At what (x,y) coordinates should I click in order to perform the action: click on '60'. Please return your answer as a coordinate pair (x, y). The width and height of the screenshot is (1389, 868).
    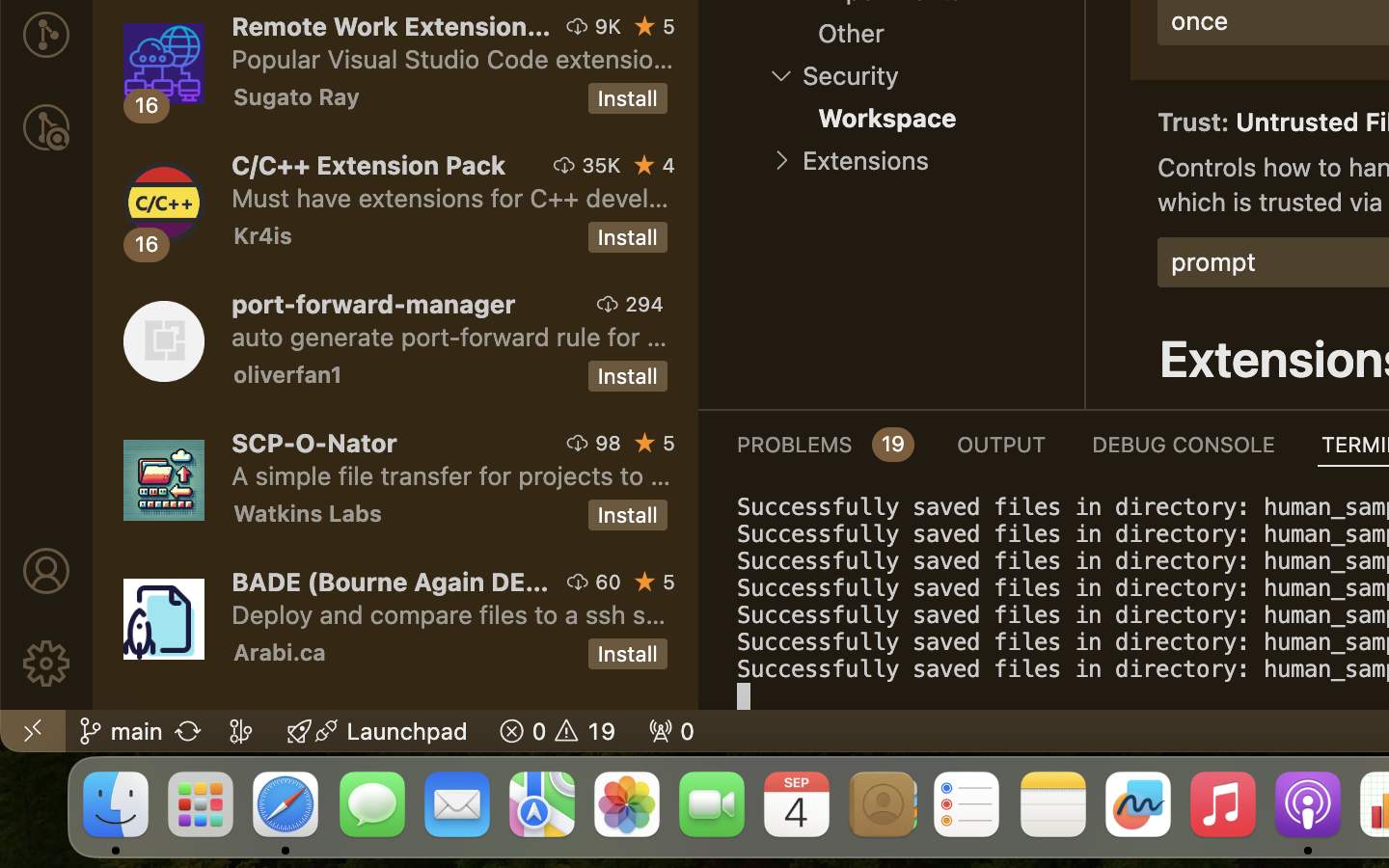
    Looking at the image, I should click on (608, 582).